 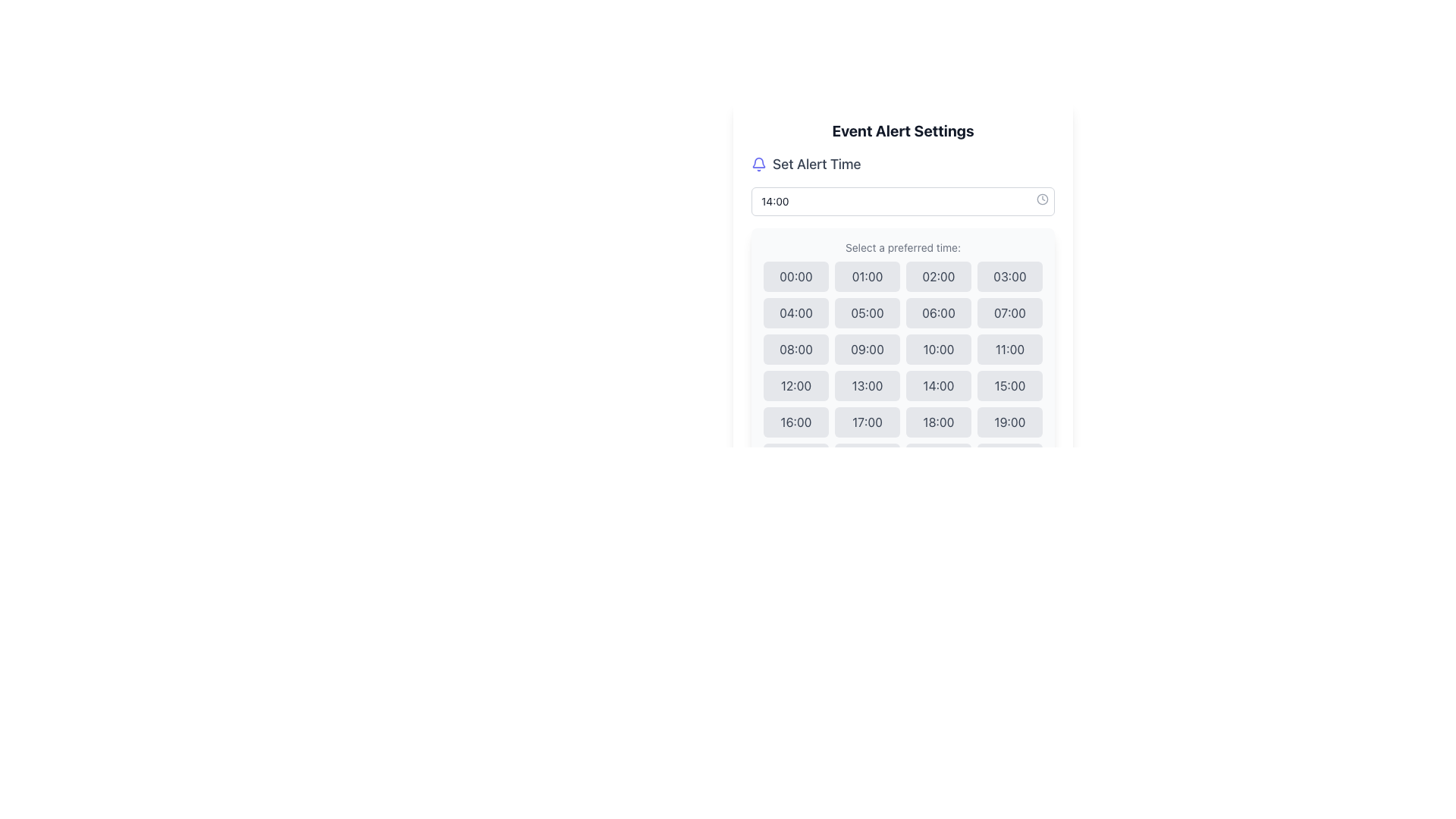 What do you see at coordinates (1009, 422) in the screenshot?
I see `the button labeled '19:00', which is the fourth button in the bottommost row of a time selection grid located below the heading 'Select a preferred time:'` at bounding box center [1009, 422].